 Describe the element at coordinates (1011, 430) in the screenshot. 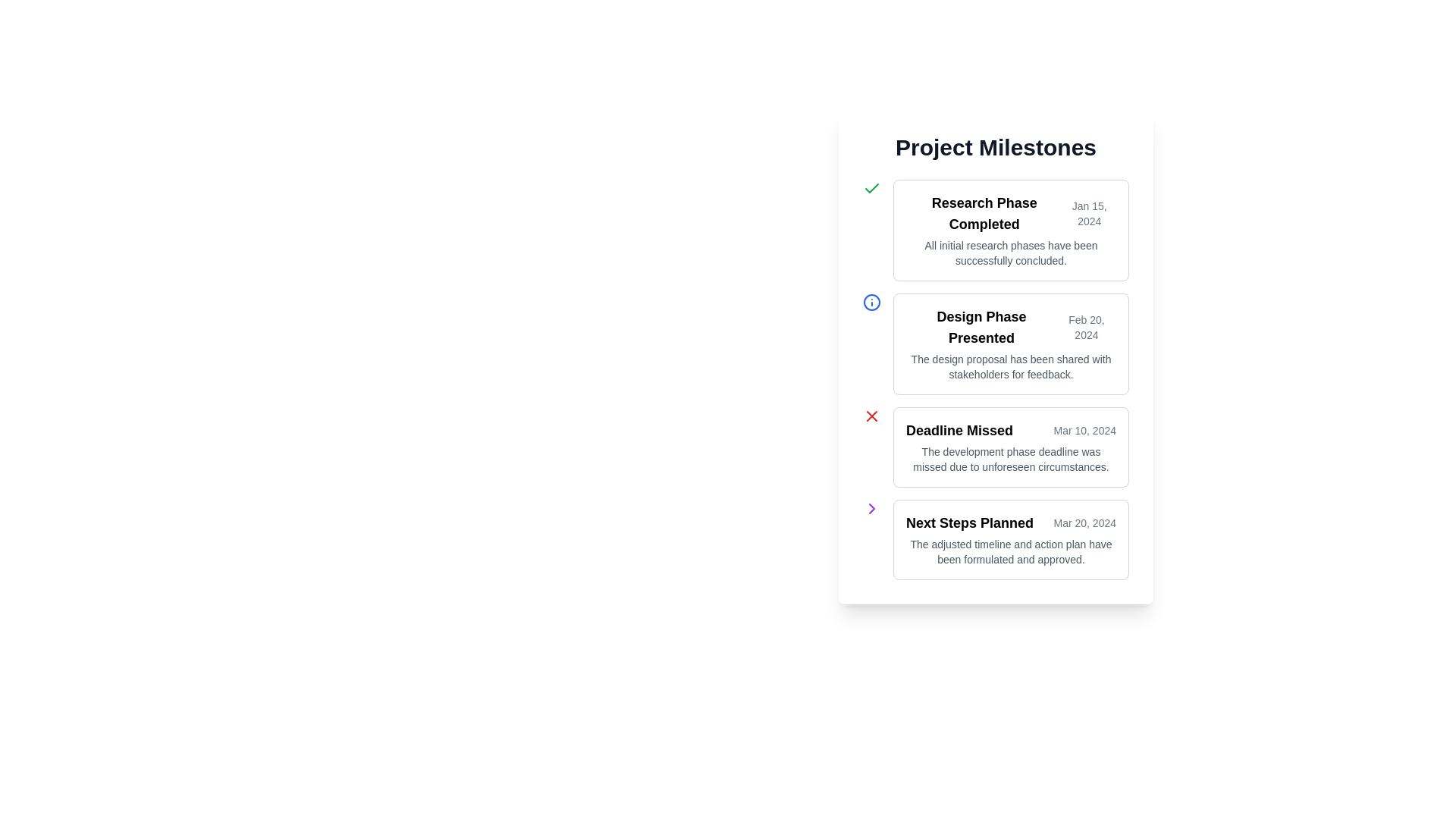

I see `the Text display block indicating the missed deadline status within the third milestone card titled 'Design Phase Presented'` at that location.